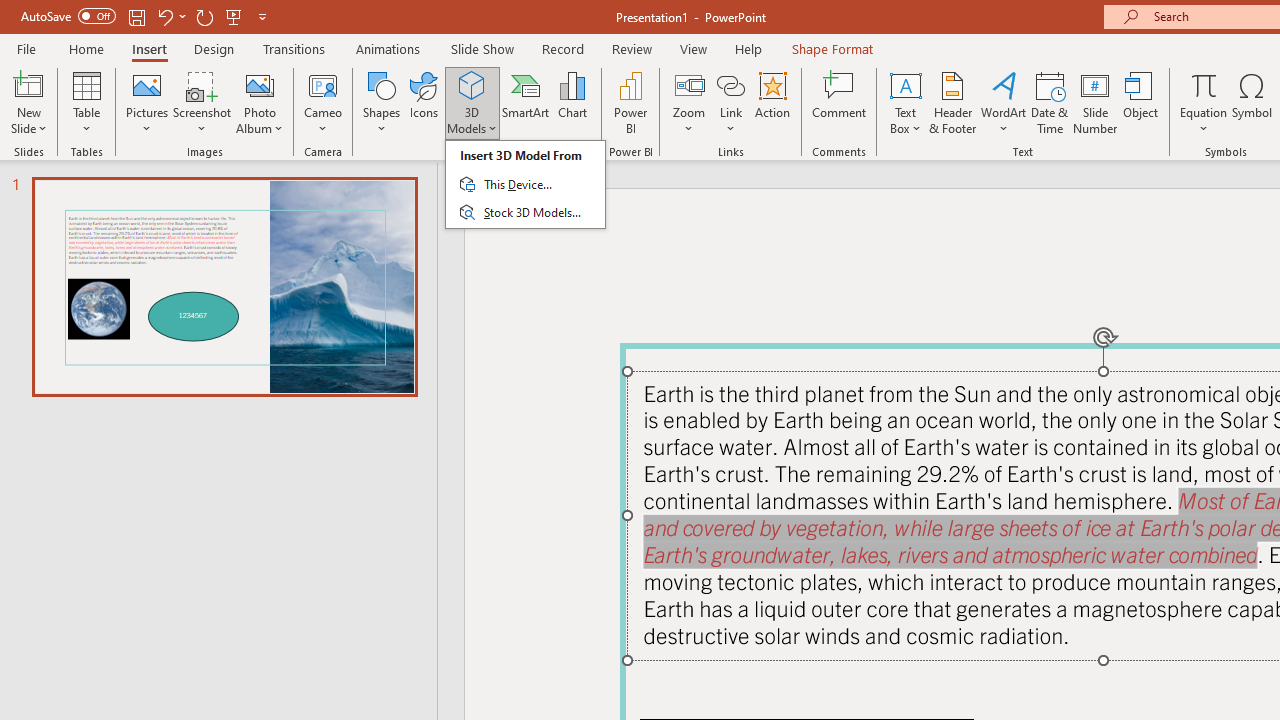 This screenshot has height=720, width=1280. I want to click on 'Power BI', so click(630, 103).